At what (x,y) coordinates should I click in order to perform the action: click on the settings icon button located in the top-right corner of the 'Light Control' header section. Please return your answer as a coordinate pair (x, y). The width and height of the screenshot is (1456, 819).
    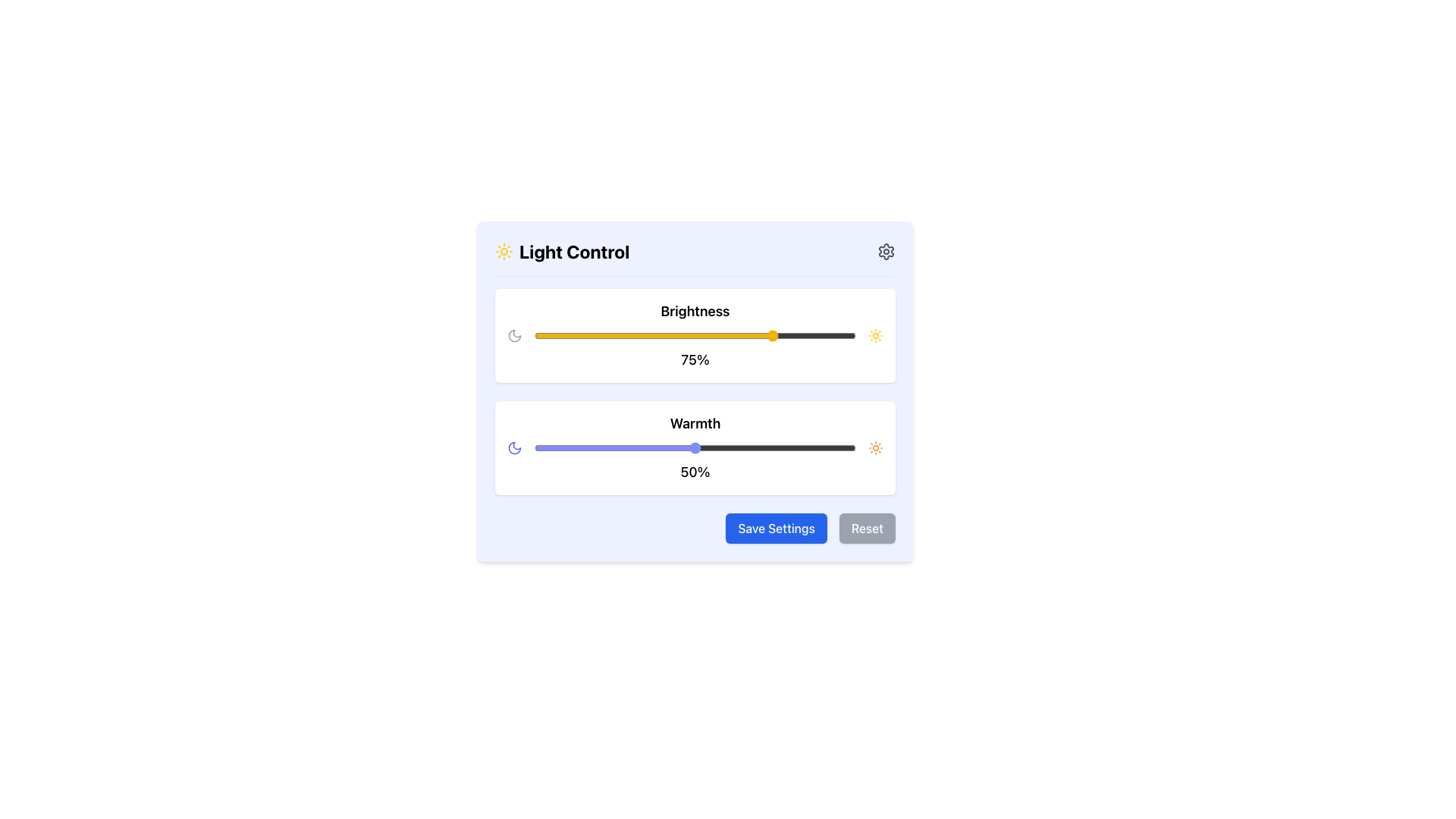
    Looking at the image, I should click on (886, 250).